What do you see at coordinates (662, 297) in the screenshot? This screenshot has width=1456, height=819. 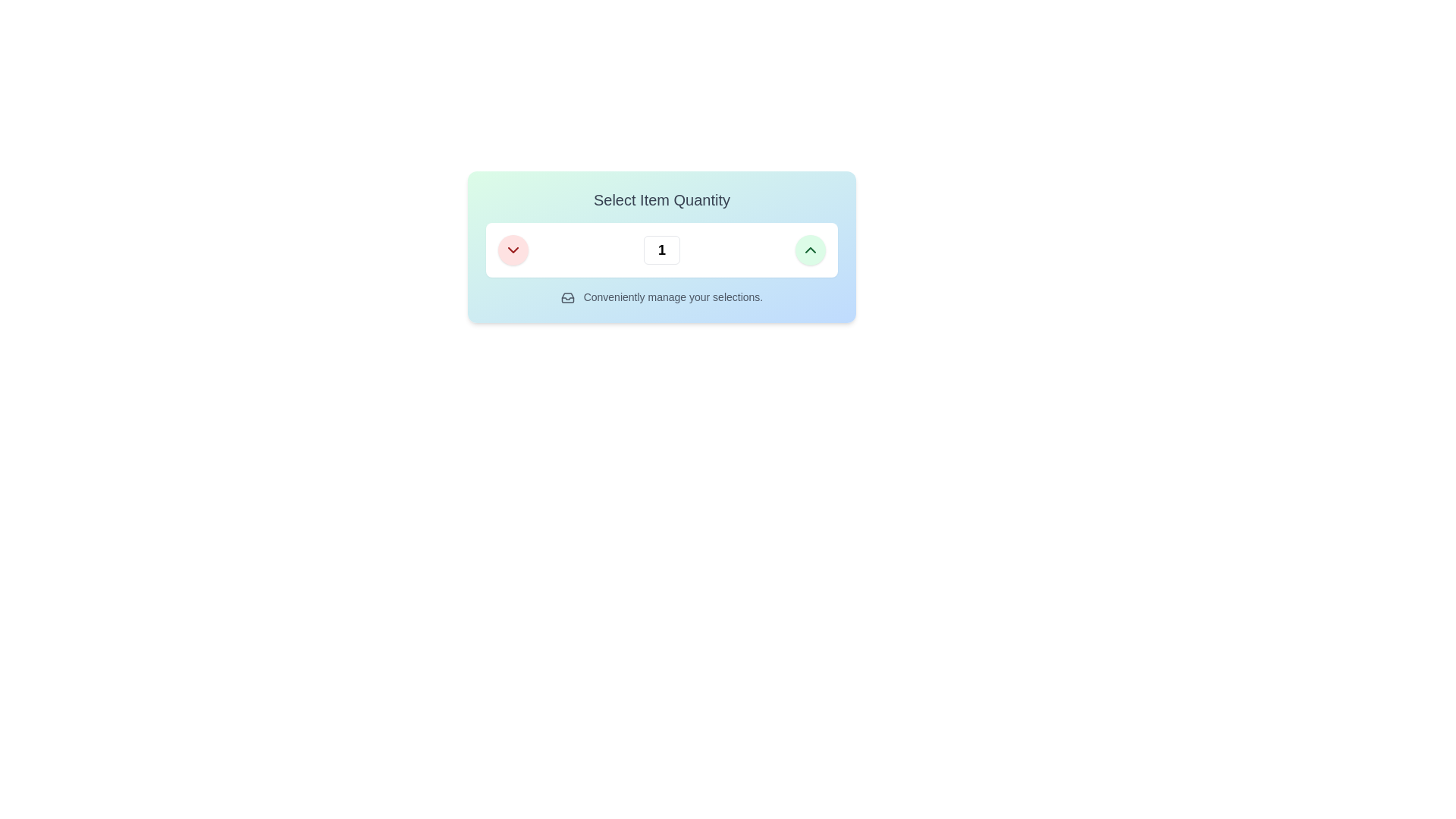 I see `the static text element reading 'Conveniently manage your selections.' which is styled in a small gray font and located below the quantity selector within a blue to green gradient background` at bounding box center [662, 297].